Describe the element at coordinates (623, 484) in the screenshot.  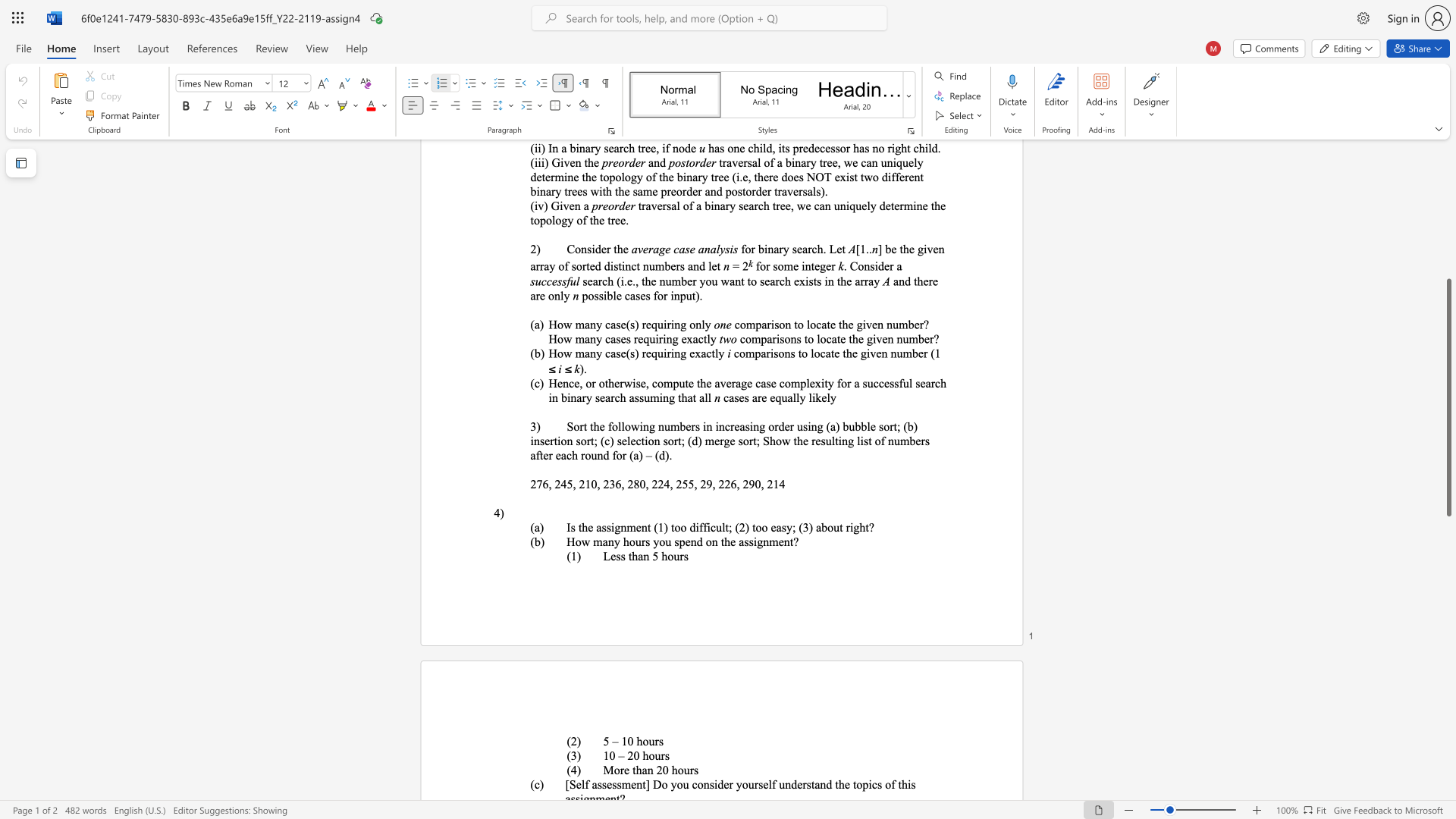
I see `the 4th character "," in the text` at that location.